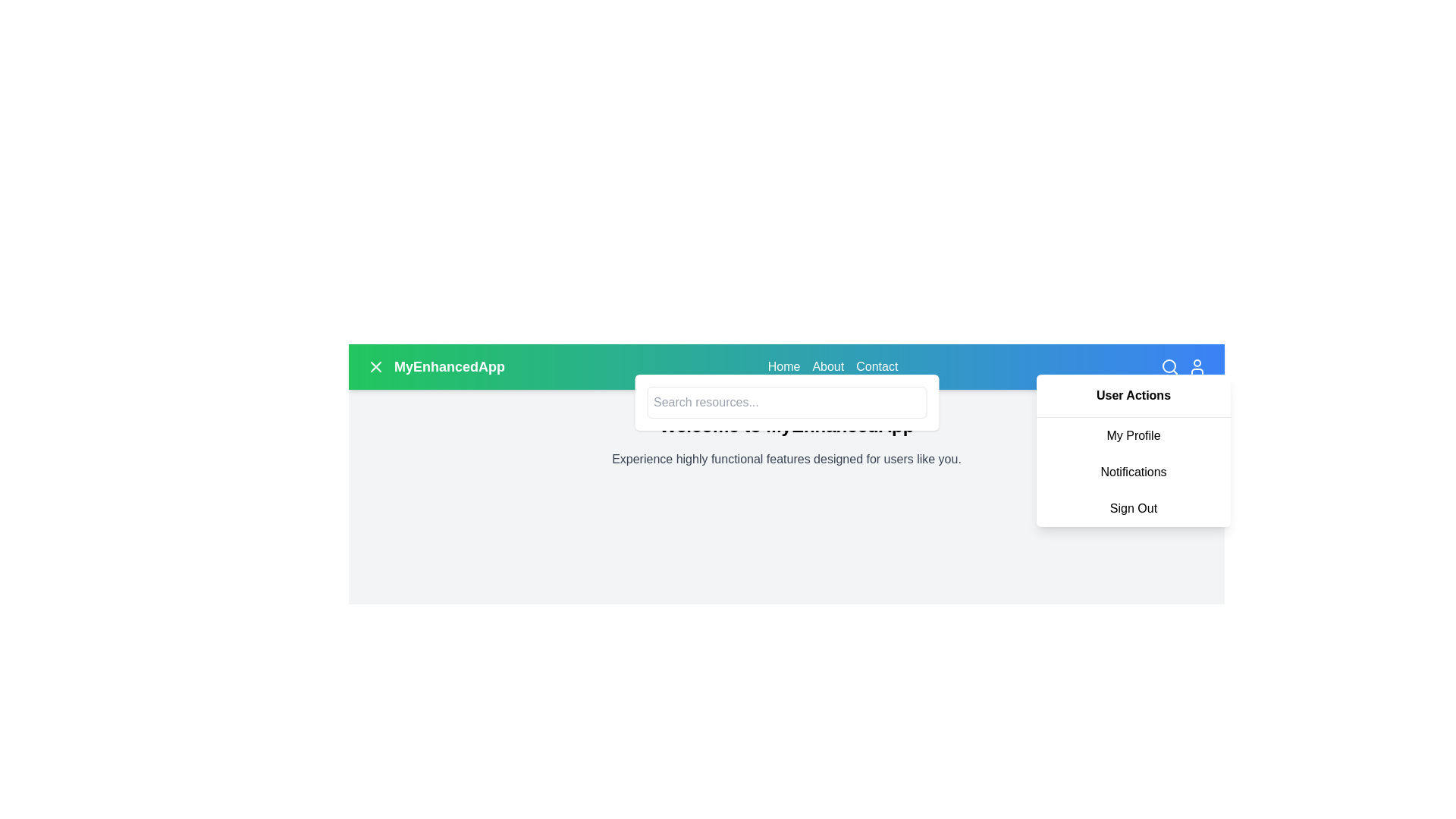 The height and width of the screenshot is (819, 1456). Describe the element at coordinates (449, 366) in the screenshot. I see `the branding text label located in the top-left corner of the header region, adjacent to an icon on its left` at that location.